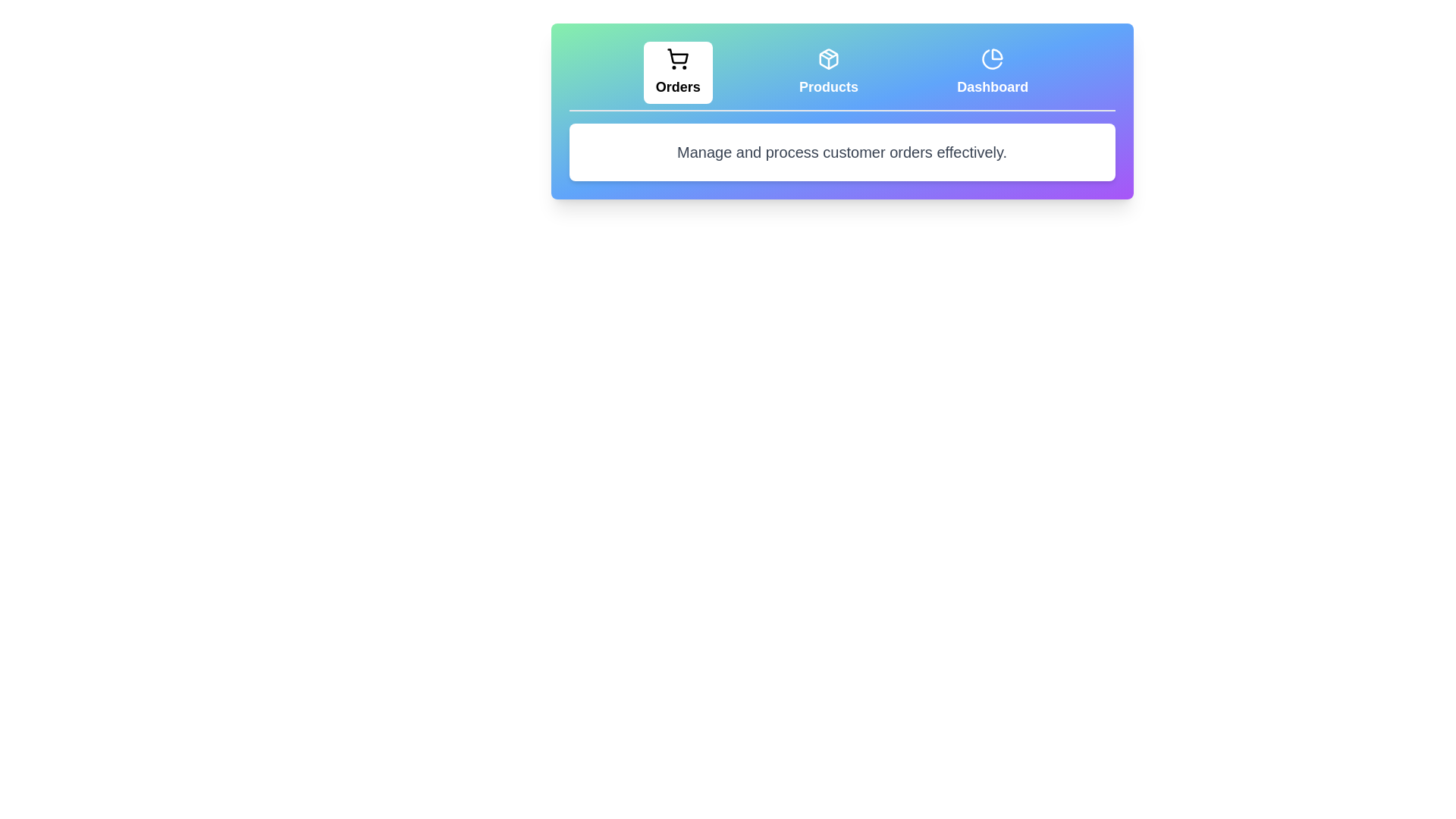 This screenshot has height=819, width=1456. What do you see at coordinates (993, 73) in the screenshot?
I see `the tab labeled Dashboard to display its associated text` at bounding box center [993, 73].